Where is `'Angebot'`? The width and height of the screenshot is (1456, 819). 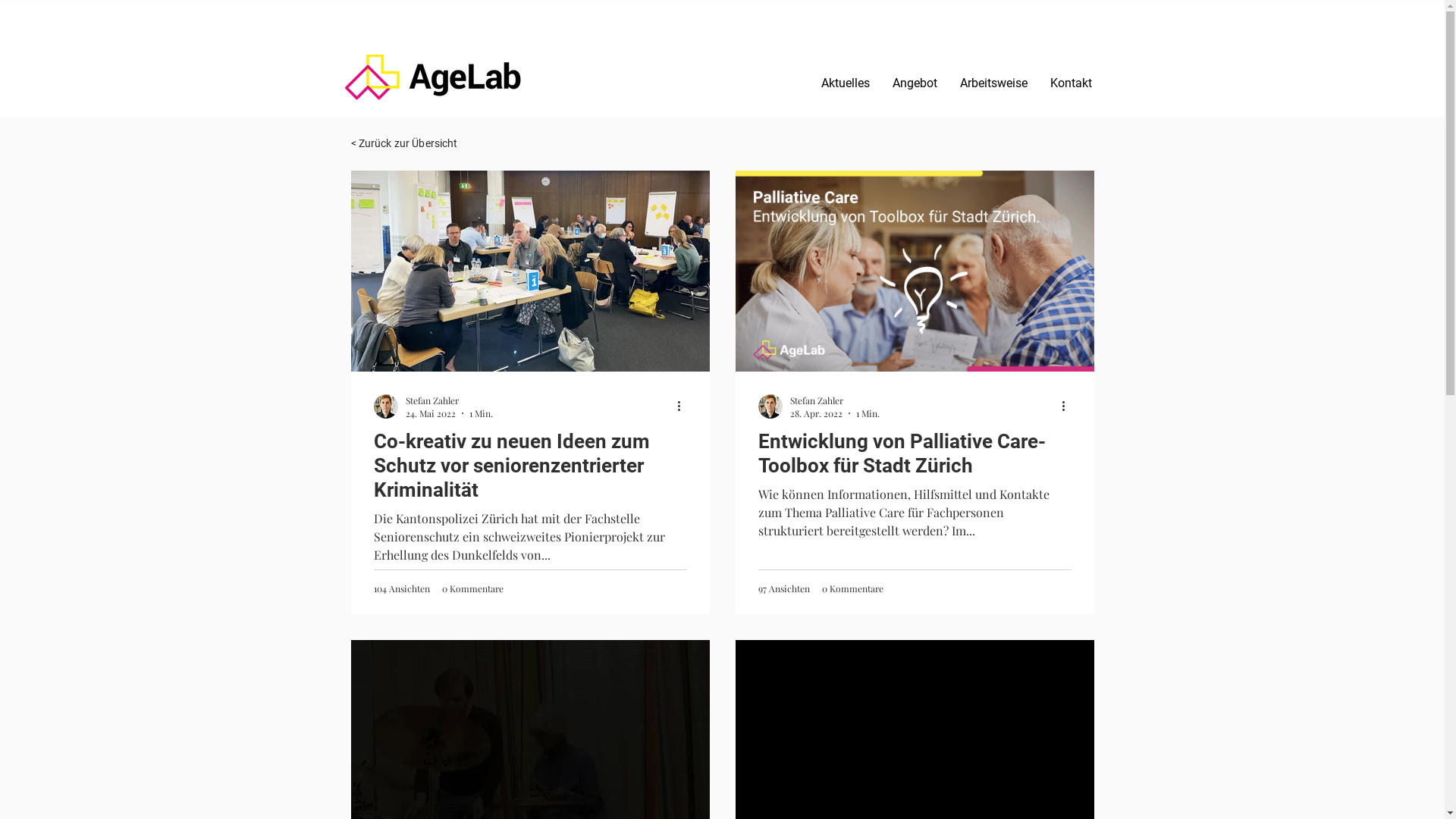
'Angebot' is located at coordinates (880, 82).